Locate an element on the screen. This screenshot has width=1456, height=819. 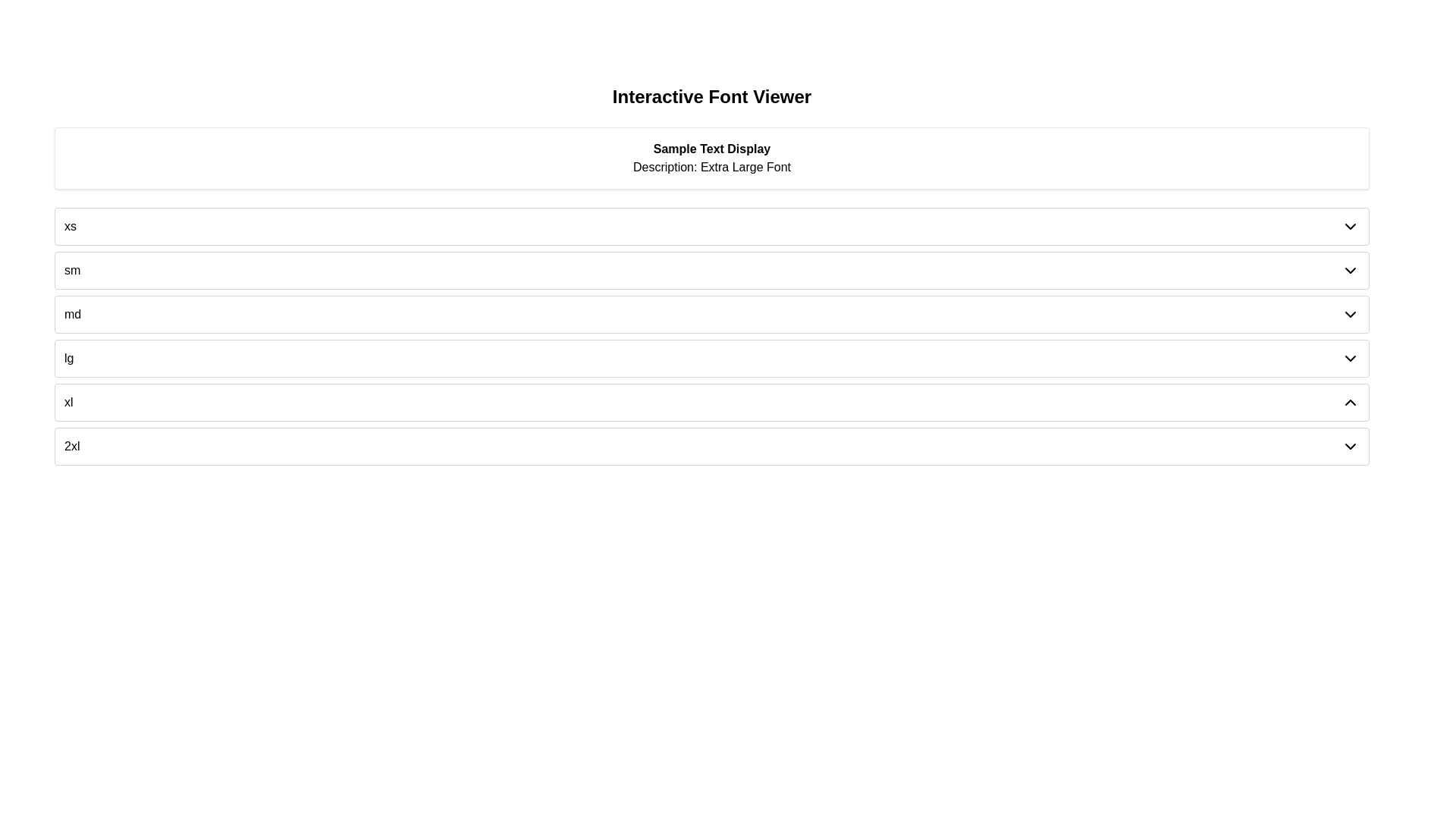
the text label displaying 'lg' located in the fourth row of the selection interface on the left side is located at coordinates (68, 359).